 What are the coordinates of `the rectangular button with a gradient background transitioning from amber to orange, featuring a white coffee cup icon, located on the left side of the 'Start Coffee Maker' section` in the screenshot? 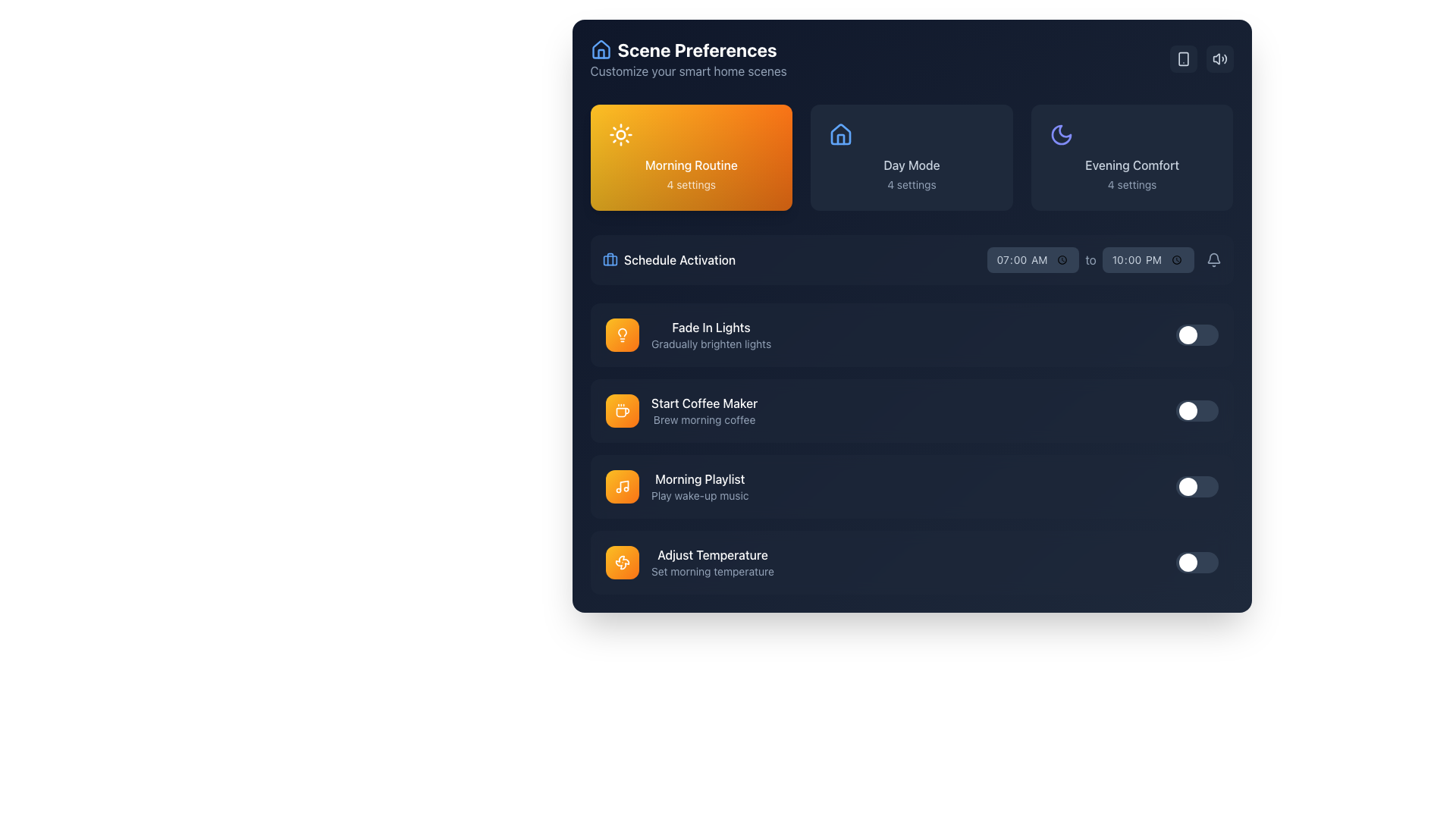 It's located at (622, 411).